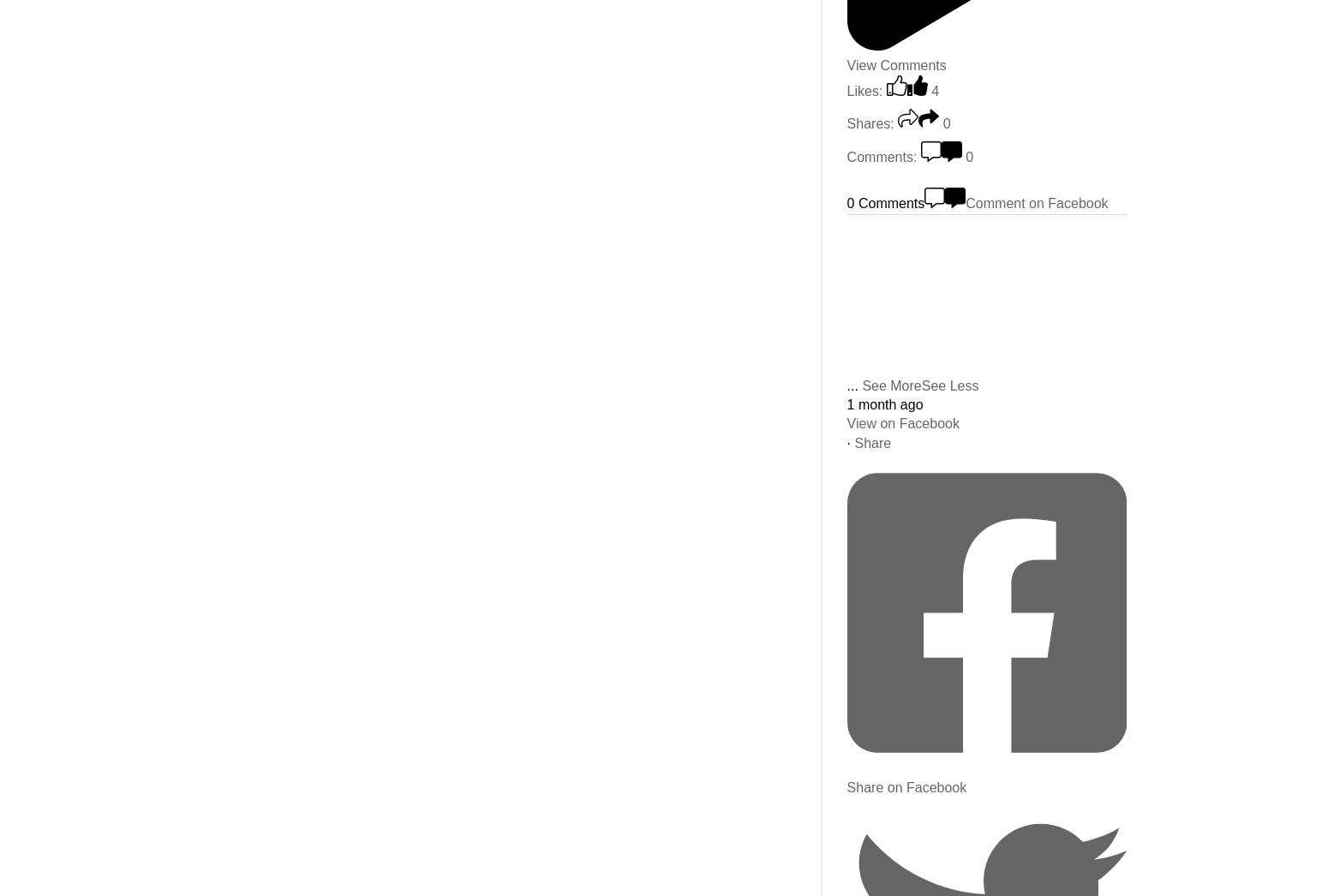 The height and width of the screenshot is (896, 1328). Describe the element at coordinates (845, 404) in the screenshot. I see `'1 month ago'` at that location.